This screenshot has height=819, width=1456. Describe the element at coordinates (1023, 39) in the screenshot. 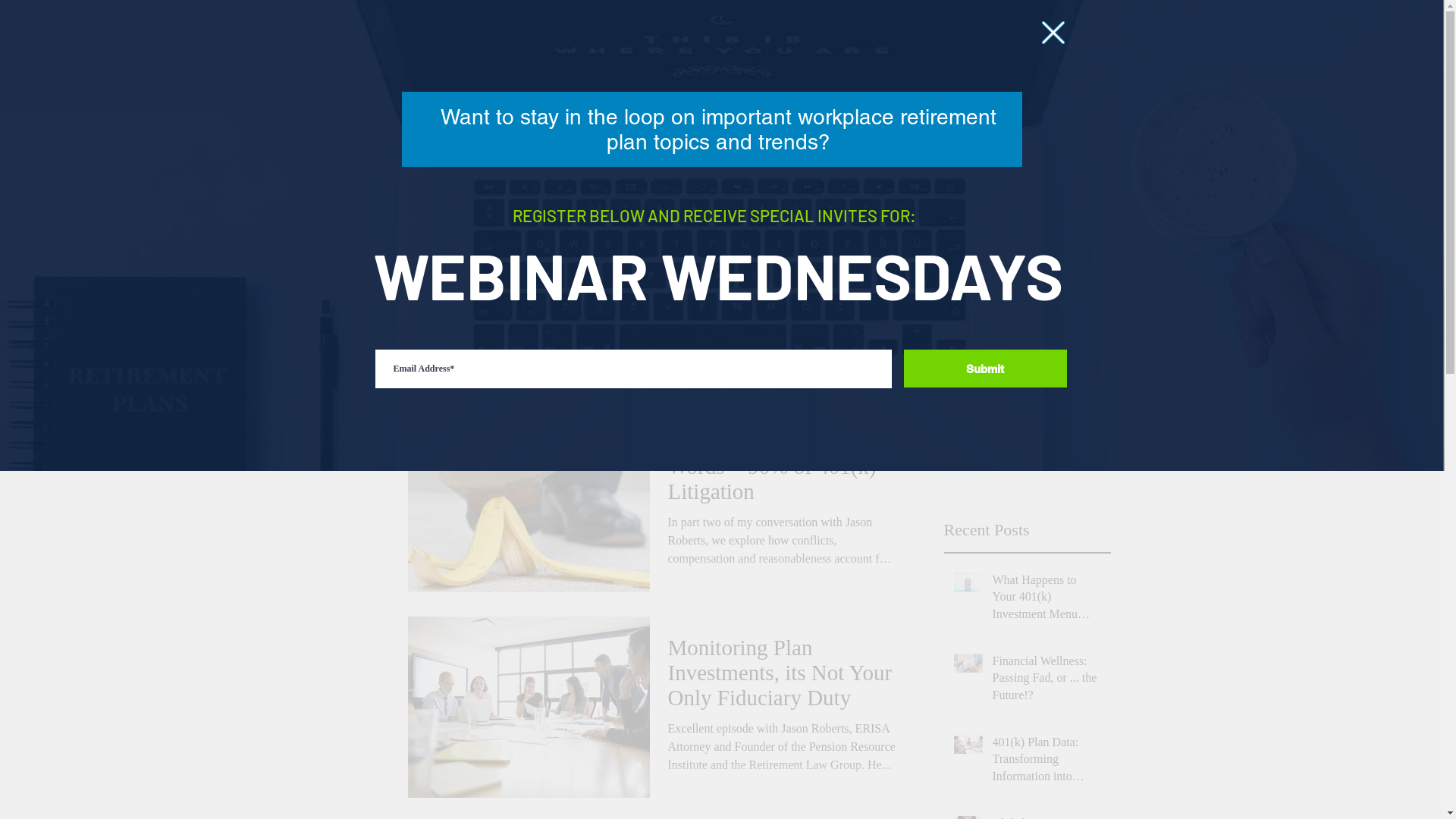

I see `'FEEDBACK'` at that location.